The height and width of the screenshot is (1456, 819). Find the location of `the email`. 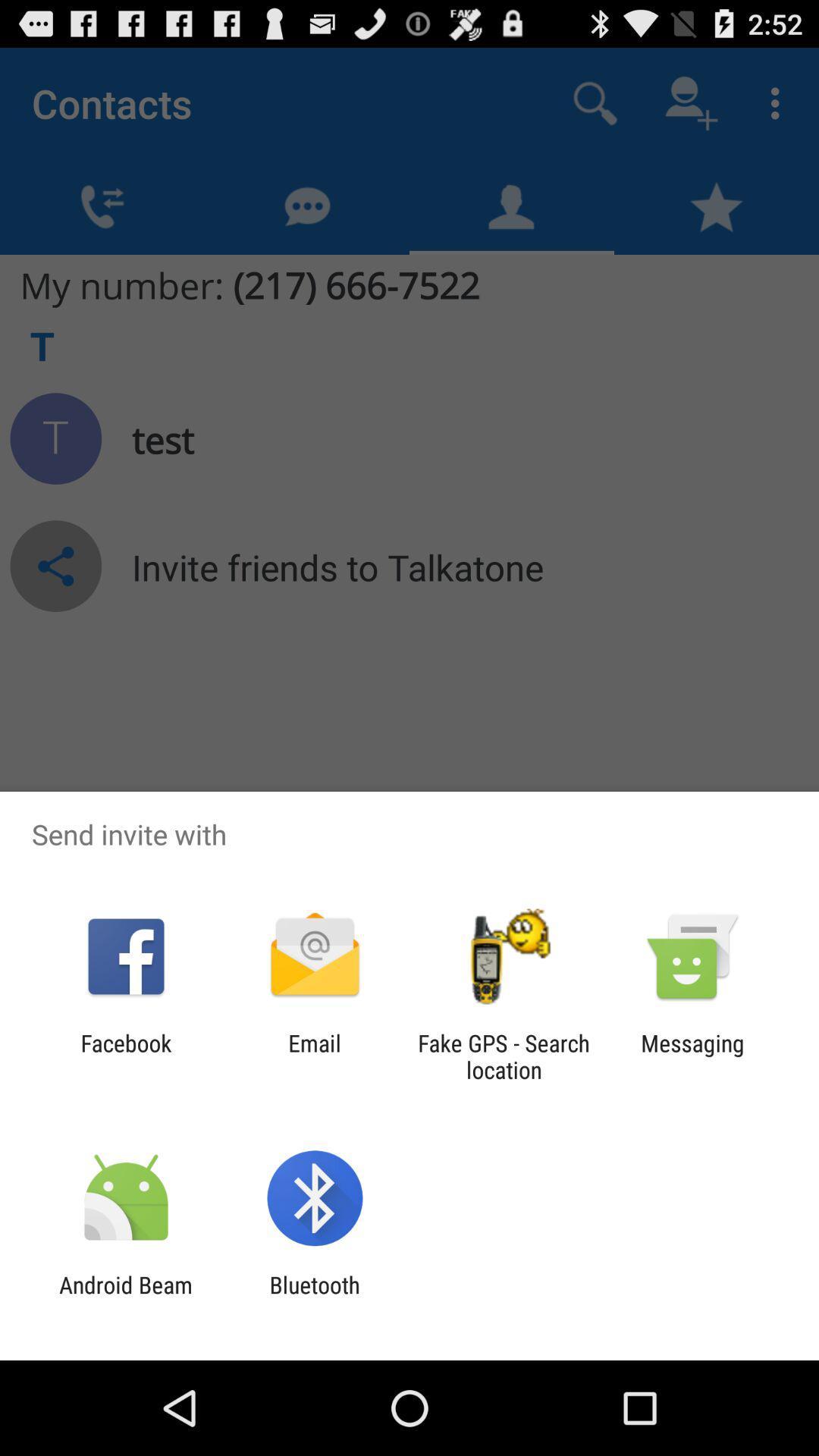

the email is located at coordinates (314, 1056).